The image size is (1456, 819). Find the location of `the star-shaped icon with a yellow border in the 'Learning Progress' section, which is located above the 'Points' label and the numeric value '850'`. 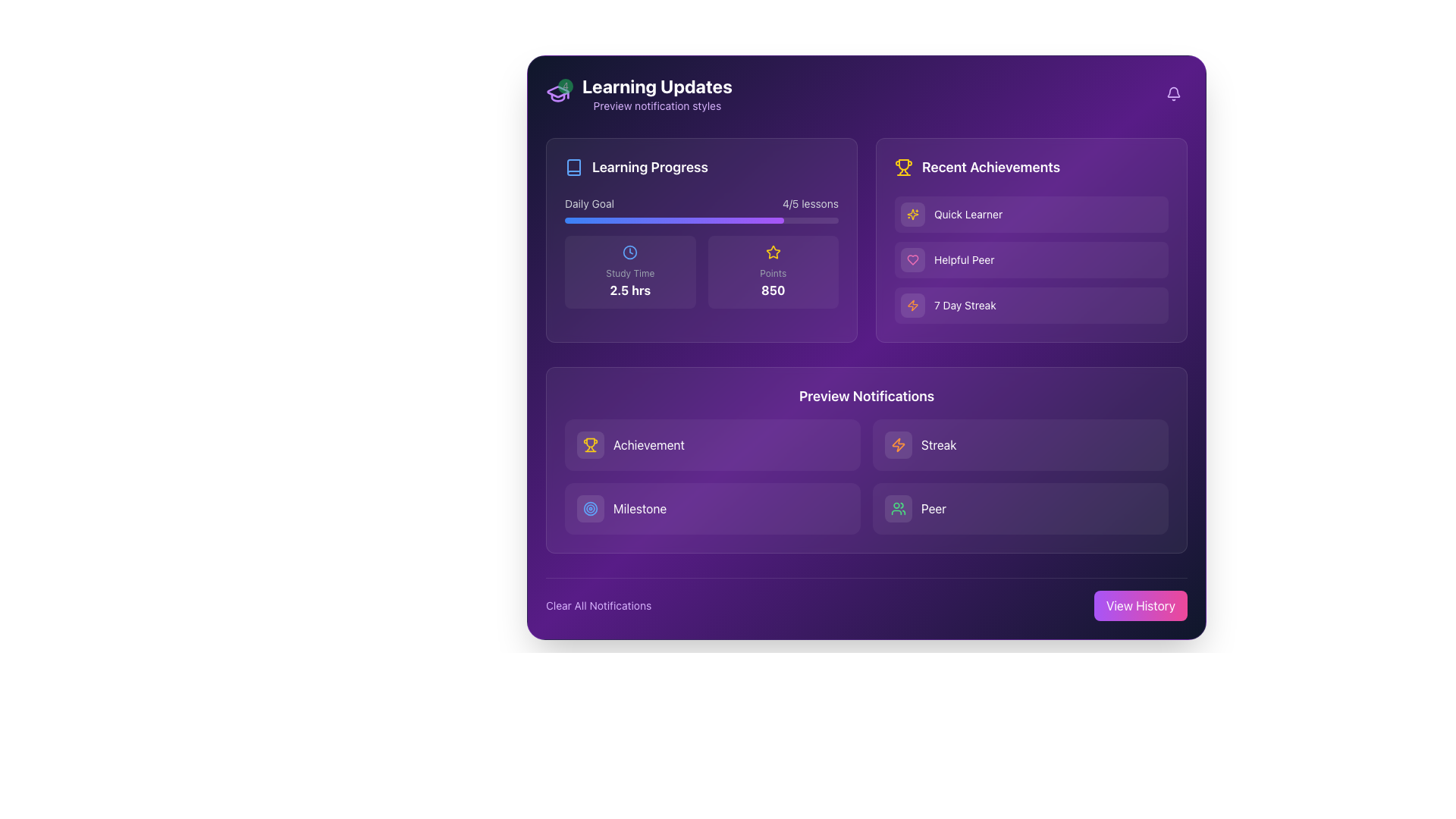

the star-shaped icon with a yellow border in the 'Learning Progress' section, which is located above the 'Points' label and the numeric value '850' is located at coordinates (773, 251).